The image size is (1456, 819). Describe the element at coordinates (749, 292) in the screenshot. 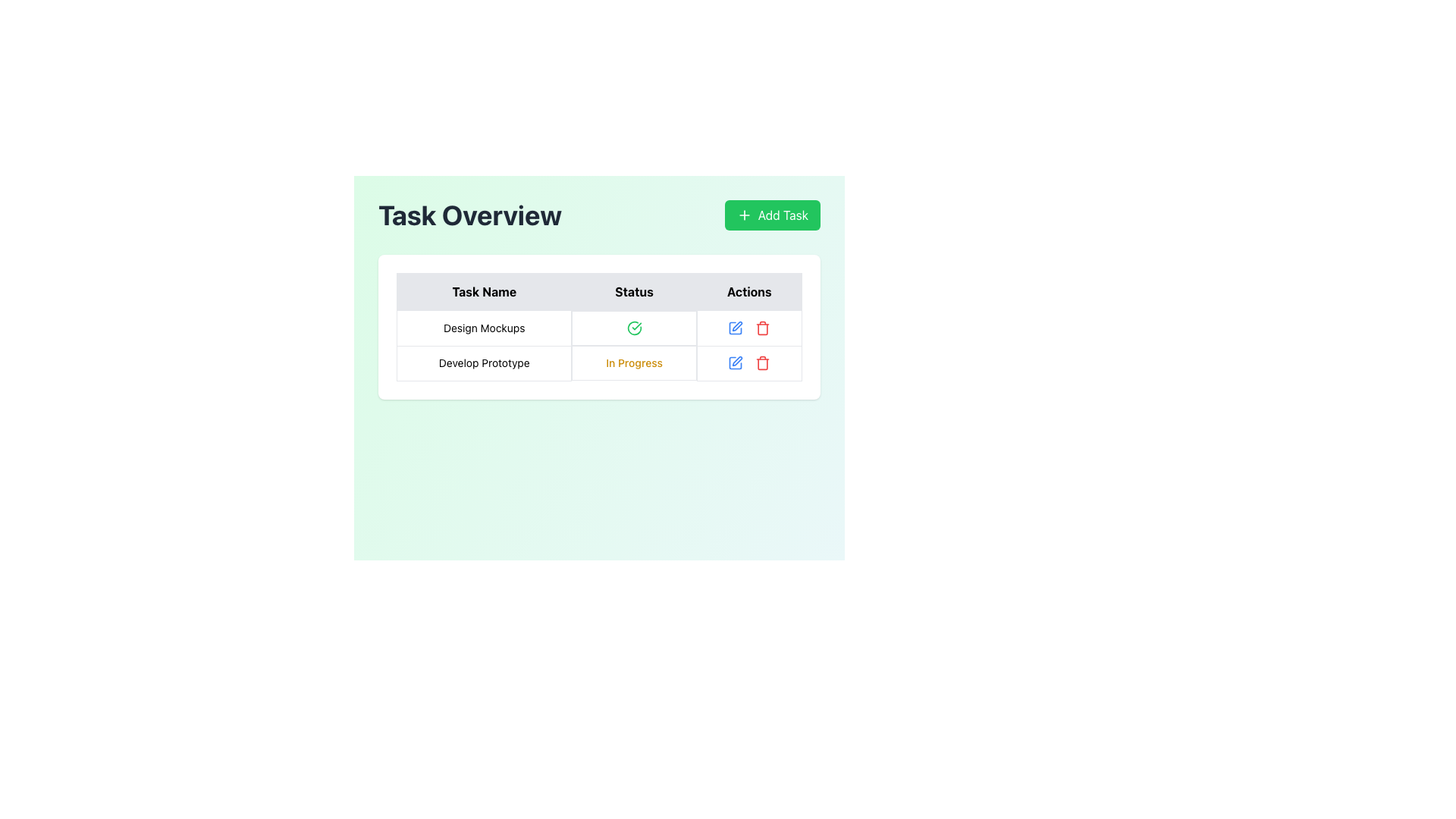

I see `the third column header in the table, which indicates actions related to the corresponding rows` at that location.